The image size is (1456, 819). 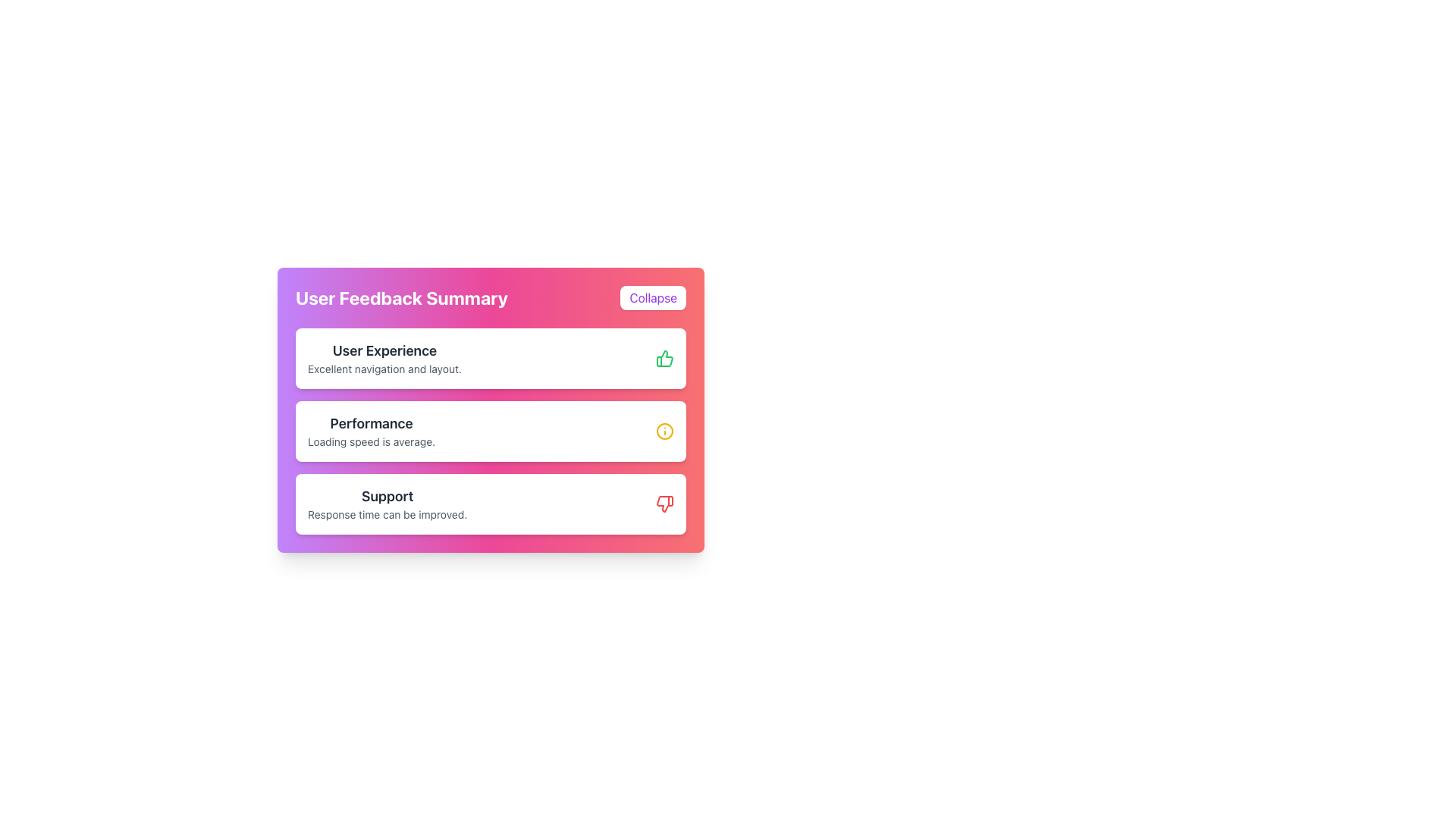 I want to click on the 'Support' text label, which is a gray, bold header in the third feedback card, positioned above 'Response time can be improved.', so click(x=388, y=497).